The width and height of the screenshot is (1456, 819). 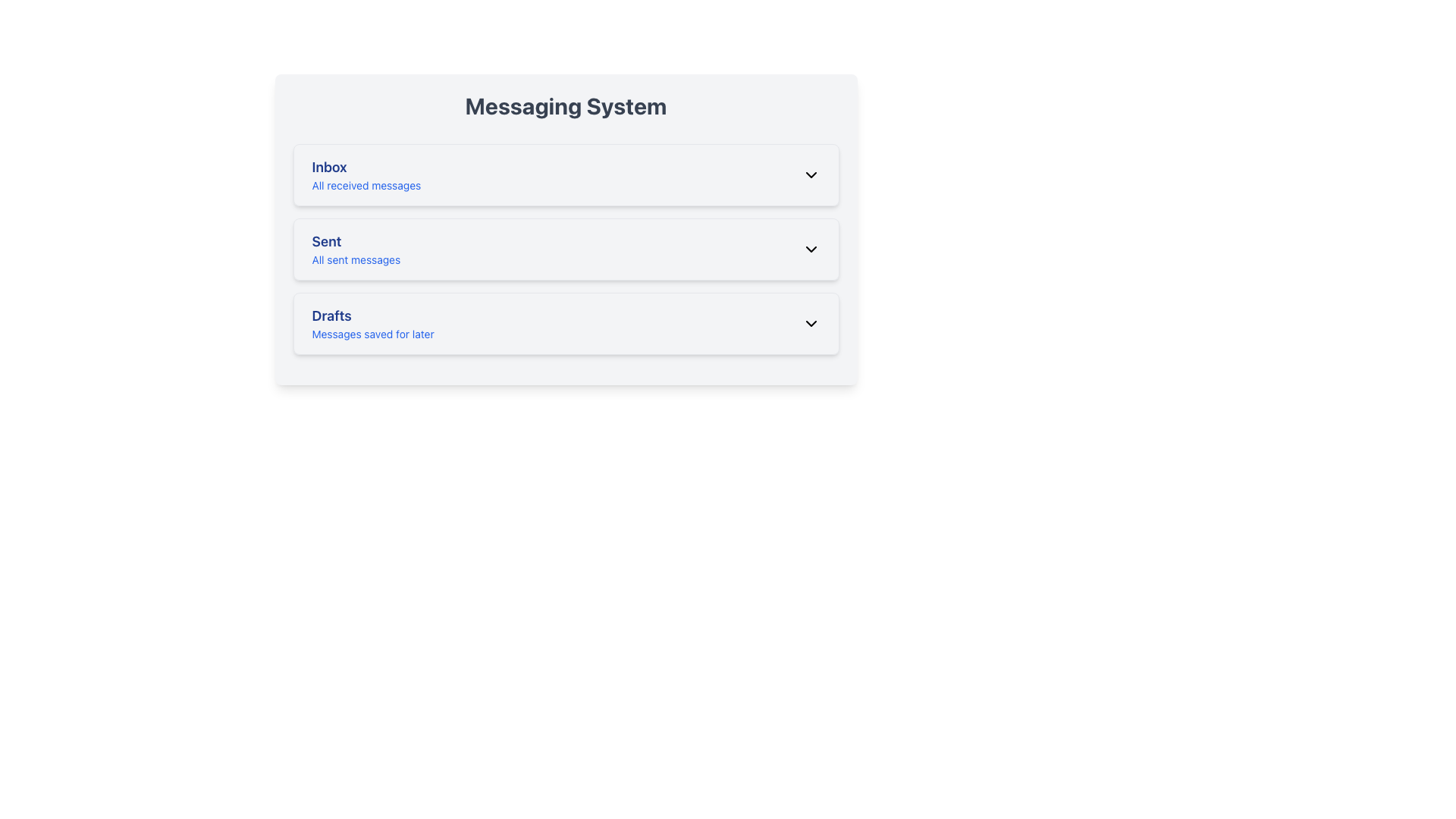 I want to click on the small downward-pointing chevron icon on the right side of the 'Inbox' section, so click(x=810, y=174).